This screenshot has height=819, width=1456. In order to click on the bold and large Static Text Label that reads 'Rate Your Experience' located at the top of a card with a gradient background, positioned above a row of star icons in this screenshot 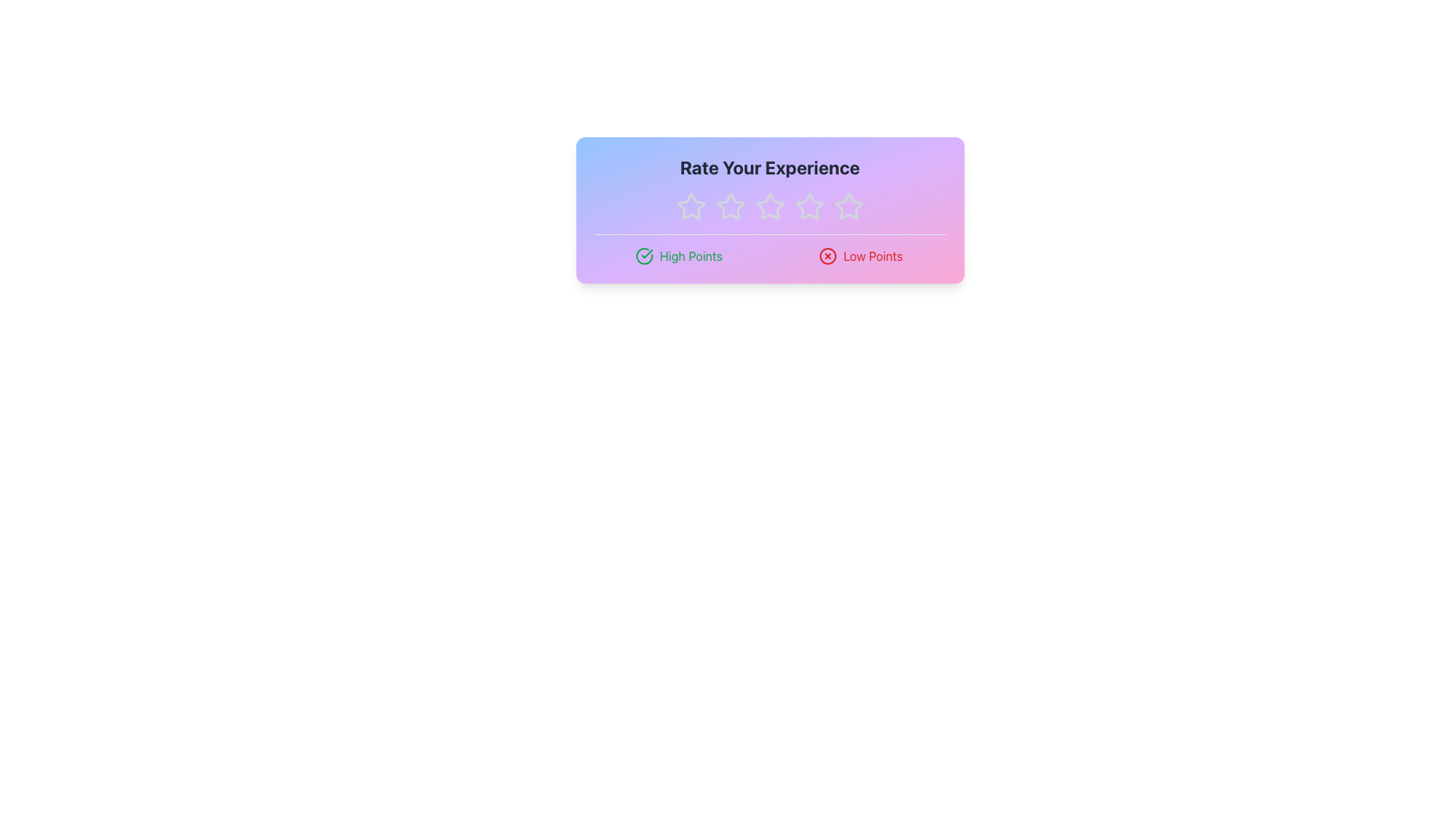, I will do `click(770, 167)`.